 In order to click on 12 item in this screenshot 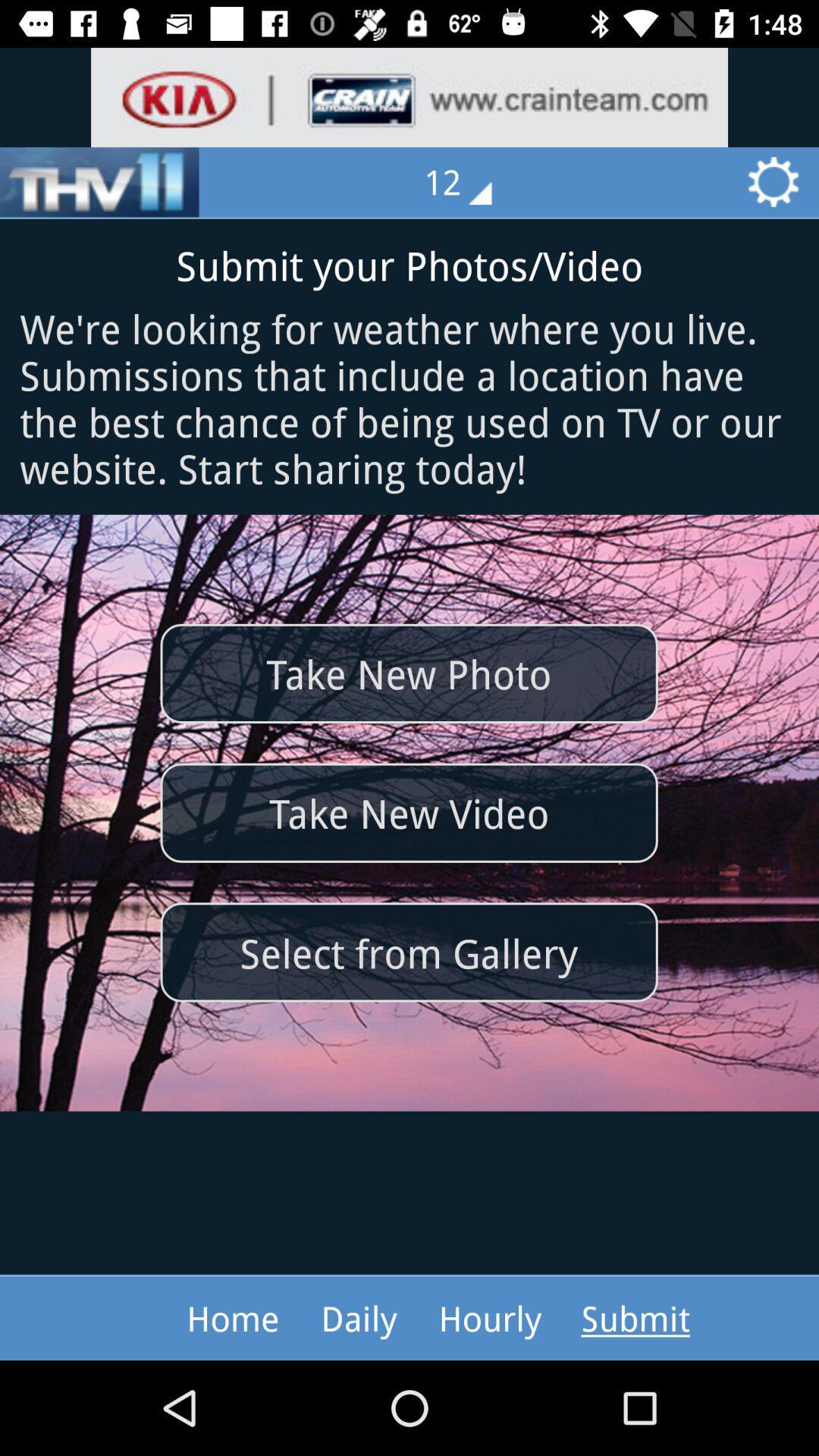, I will do `click(468, 182)`.